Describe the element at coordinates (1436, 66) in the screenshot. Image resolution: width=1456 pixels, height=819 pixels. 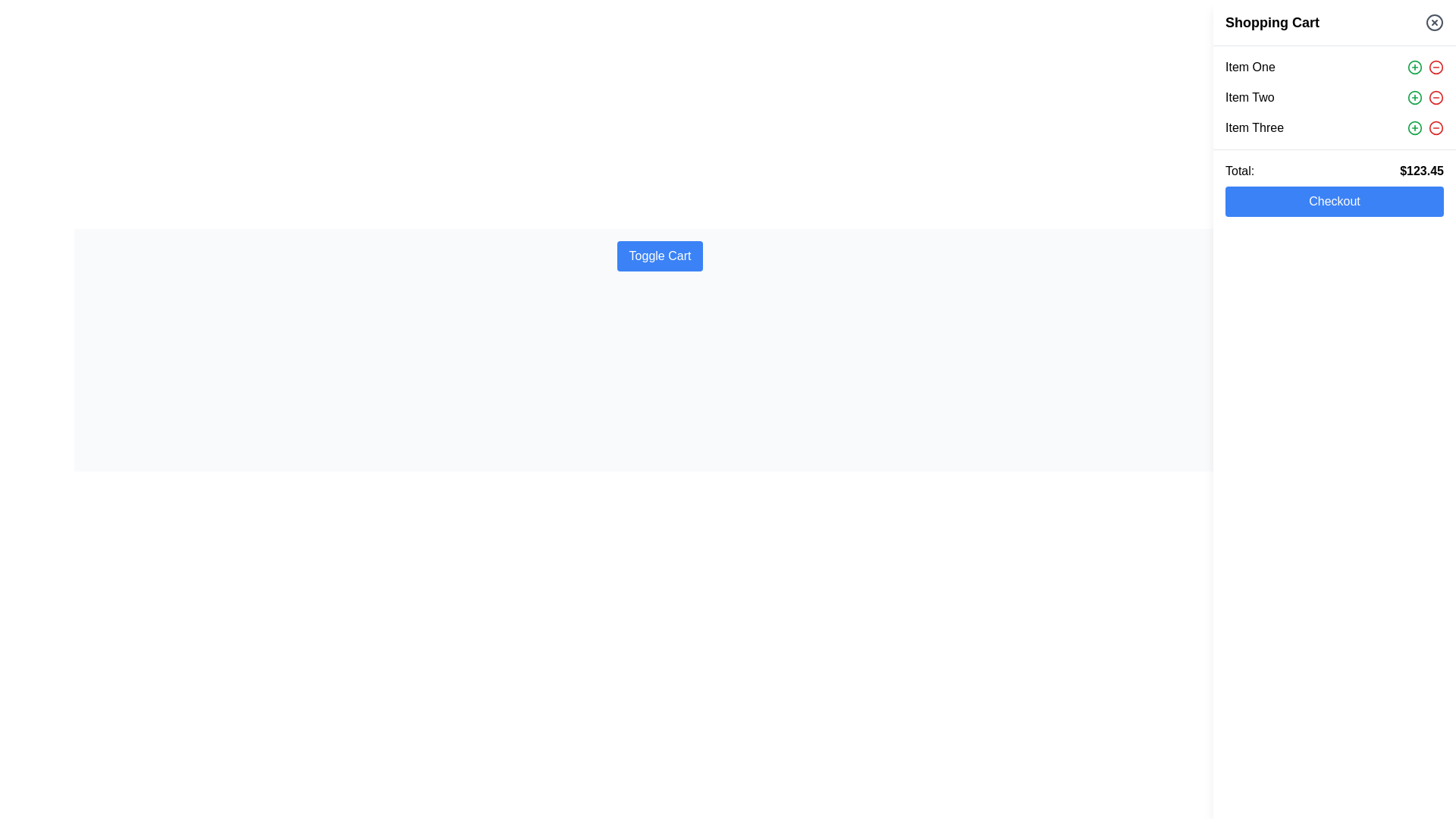
I see `the button to decrease the quantity for Item One, which is the second button in the rightmost column of controls` at that location.